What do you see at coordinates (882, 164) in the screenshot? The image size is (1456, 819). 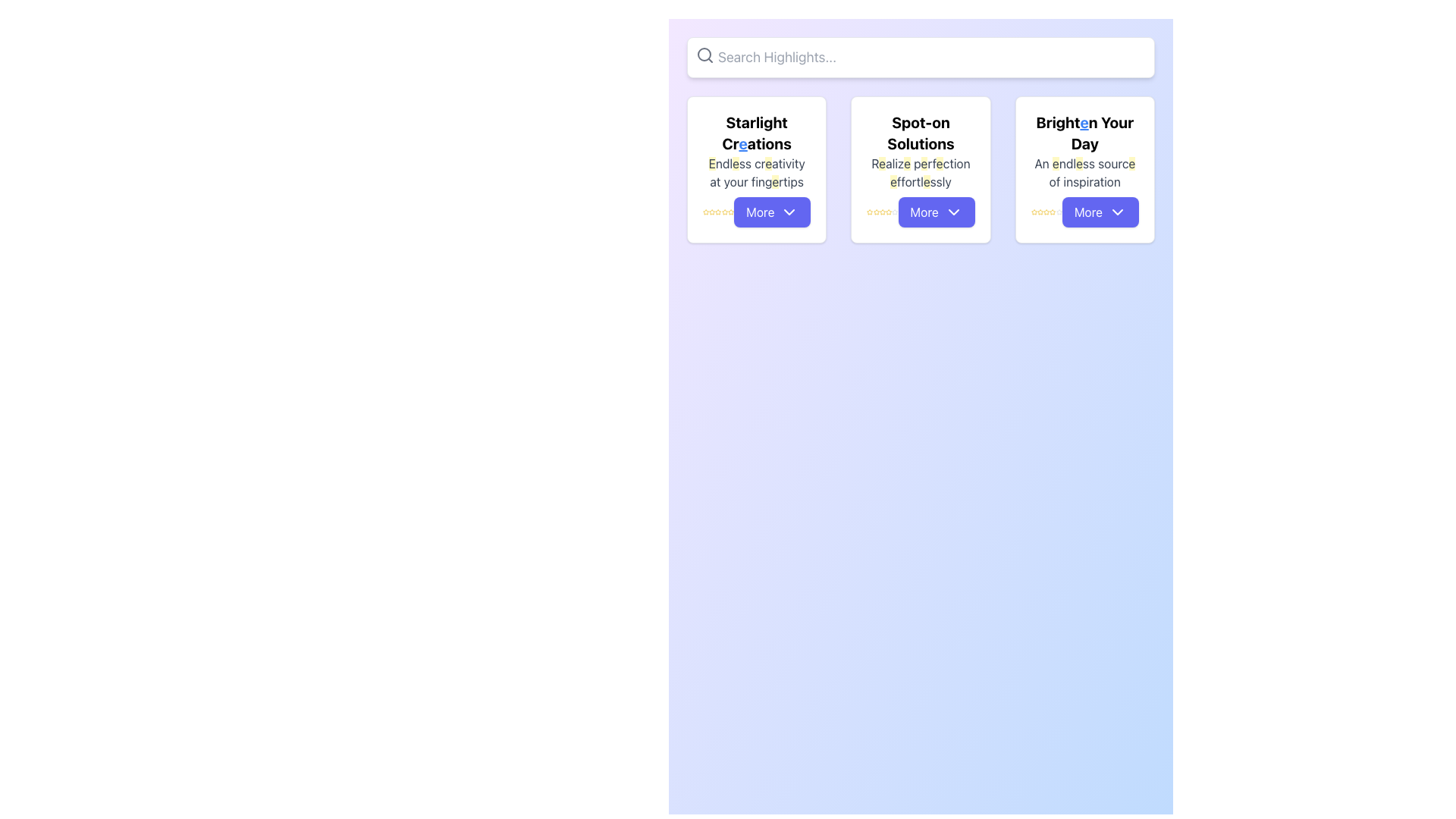 I see `the character 'e' with a light yellow background in the text 'Realize' under the header 'Spot-on Solutions' located at the top of the second card` at bounding box center [882, 164].